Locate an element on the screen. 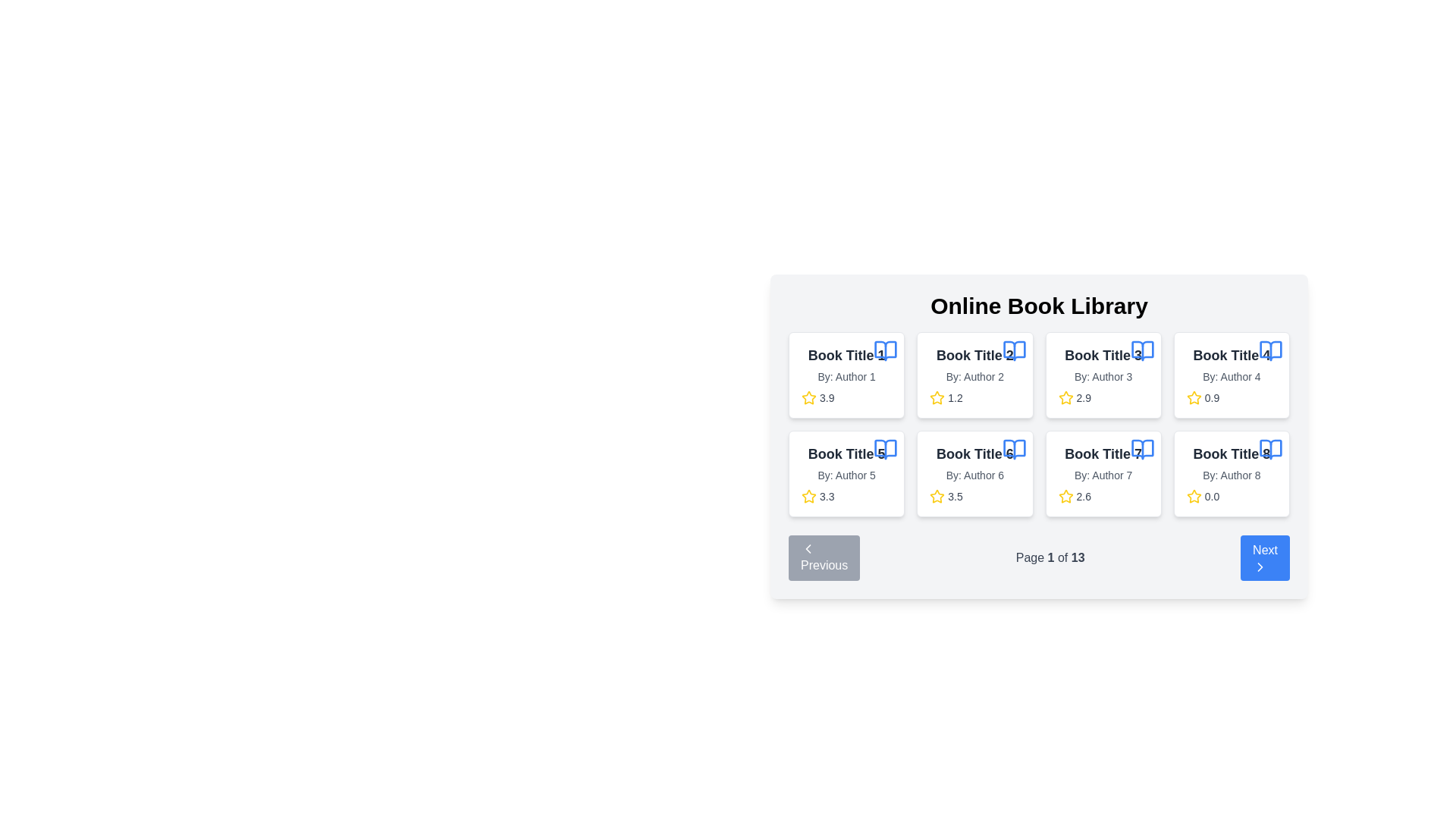 The height and width of the screenshot is (819, 1456). the blue open book icon located in the top-right corner of the card for 'Book Title 6' is located at coordinates (1014, 449).